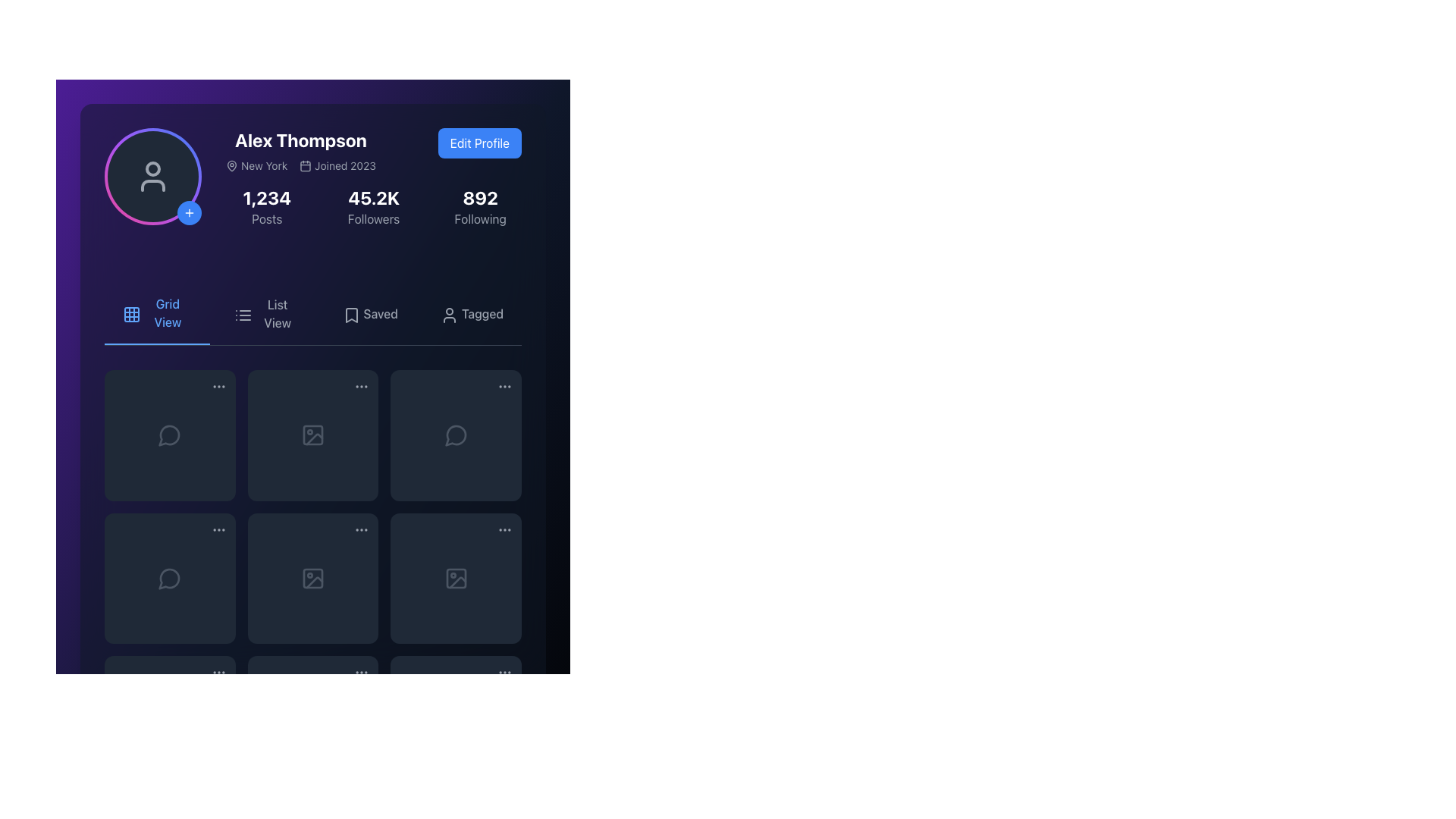 The width and height of the screenshot is (1456, 819). Describe the element at coordinates (479, 143) in the screenshot. I see `the edit profile button located at the top-right side of the header block, rightmost element aligned with 'Alex Thompson'` at that location.